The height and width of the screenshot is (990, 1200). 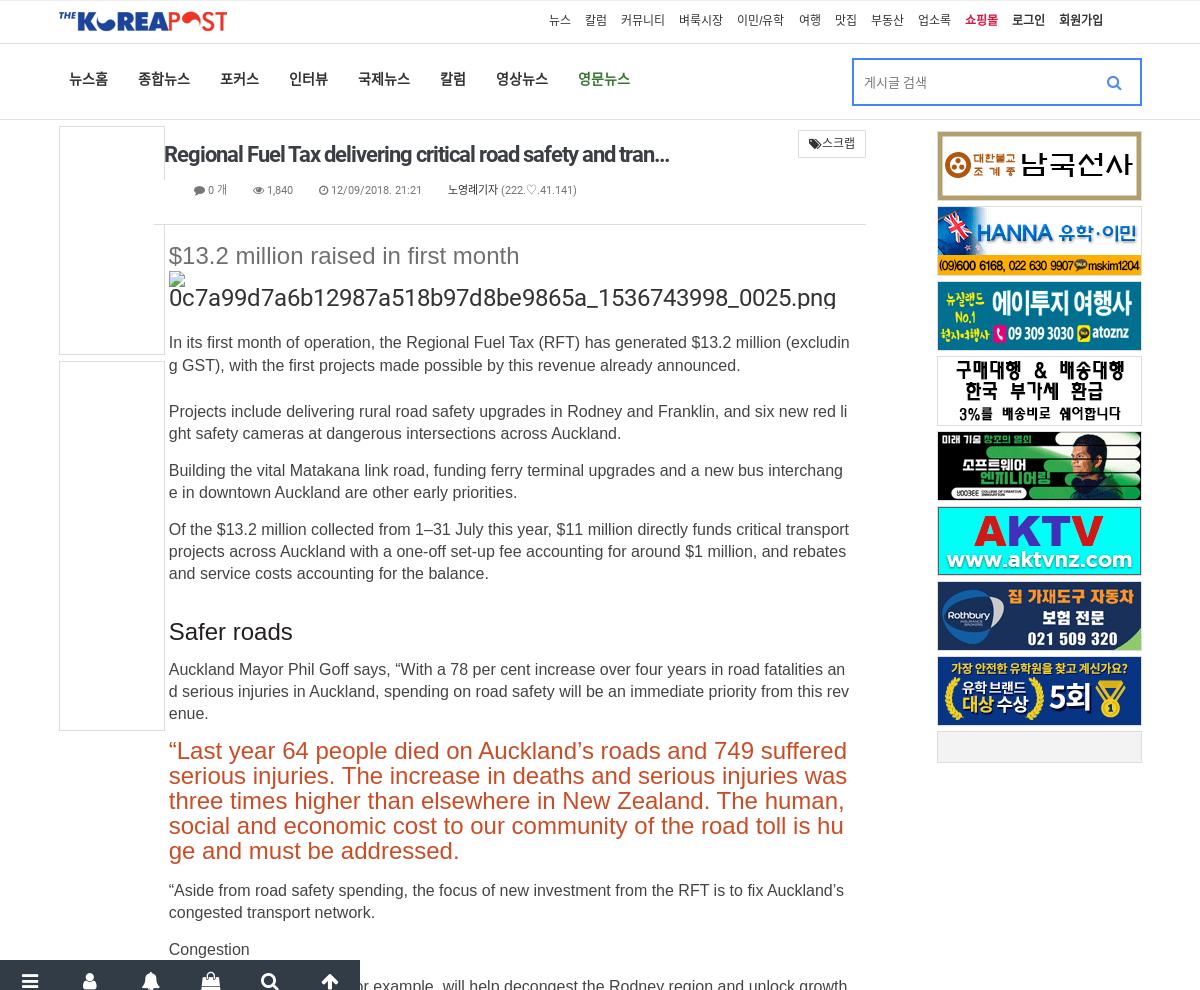 What do you see at coordinates (506, 799) in the screenshot?
I see `'“Last year 64 people died on Auckland’s roads and 749 suffered serious injuries. The increase in deaths and serious injuries was three times higher than elsewhere in New Zealand. The human, social and economic cost to our community of the road toll is huge and must be addressed.'` at bounding box center [506, 799].